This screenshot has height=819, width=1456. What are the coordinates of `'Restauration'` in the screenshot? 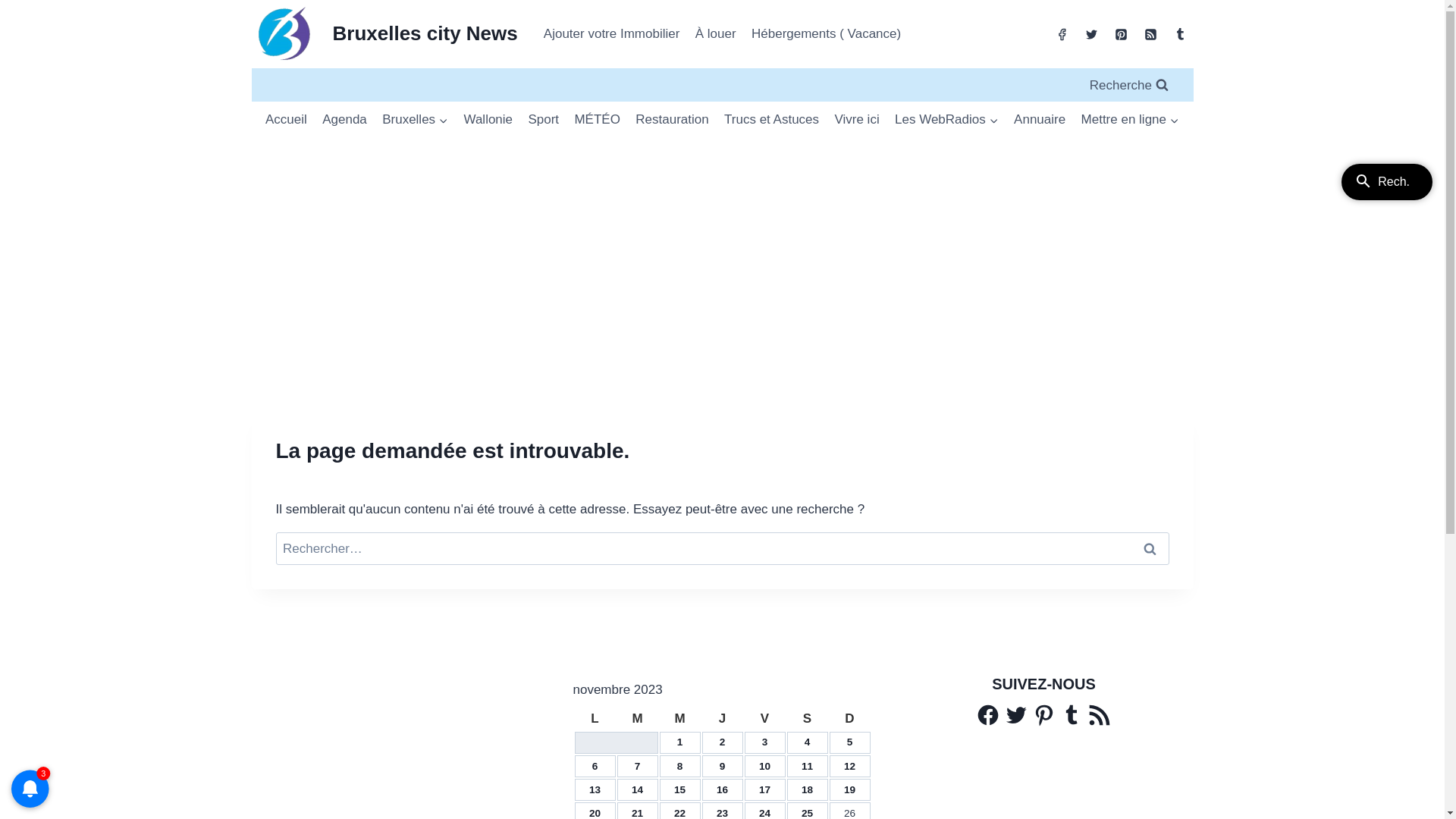 It's located at (671, 119).